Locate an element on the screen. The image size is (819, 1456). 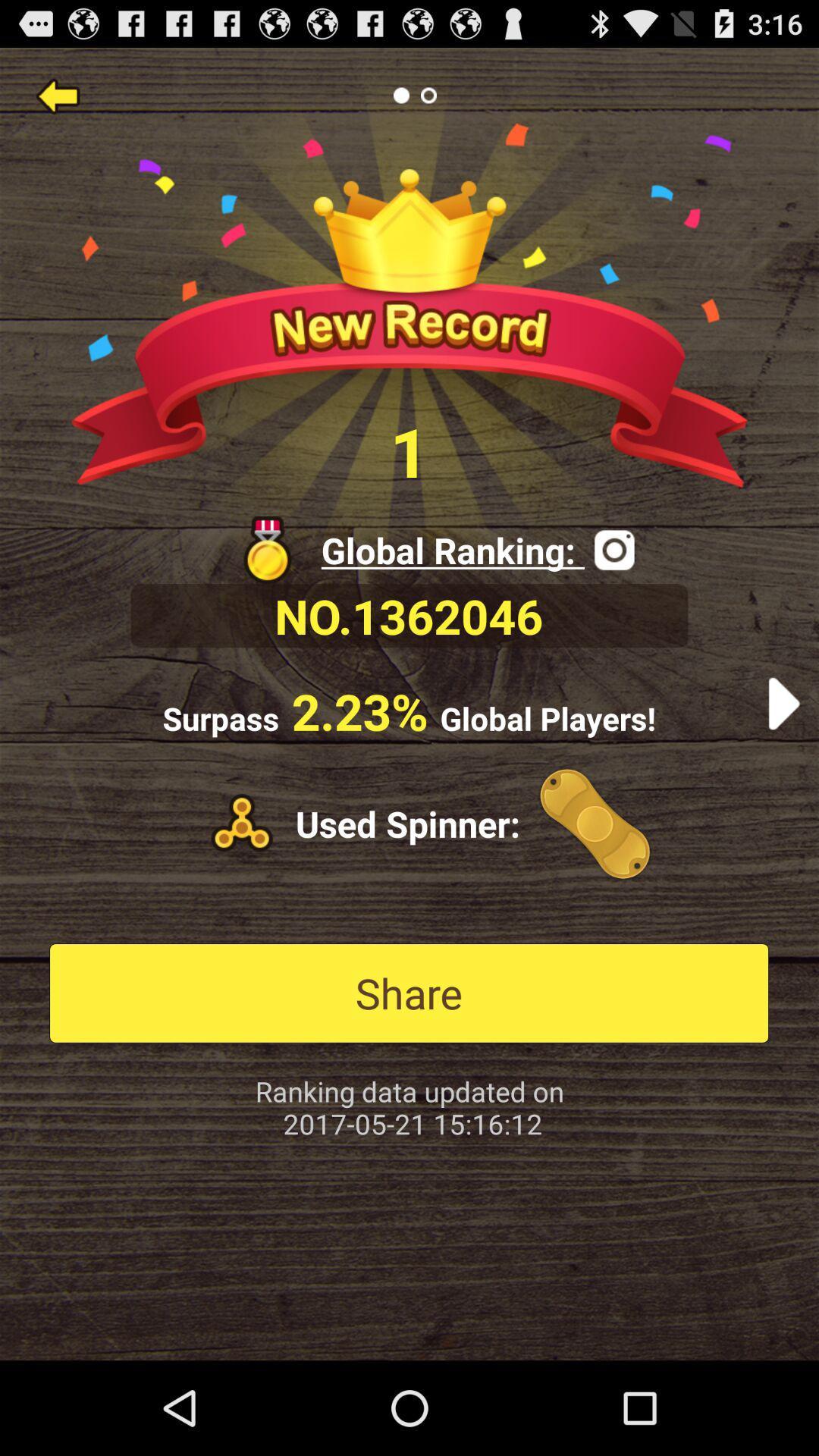
the arrow_backward icon is located at coordinates (57, 101).